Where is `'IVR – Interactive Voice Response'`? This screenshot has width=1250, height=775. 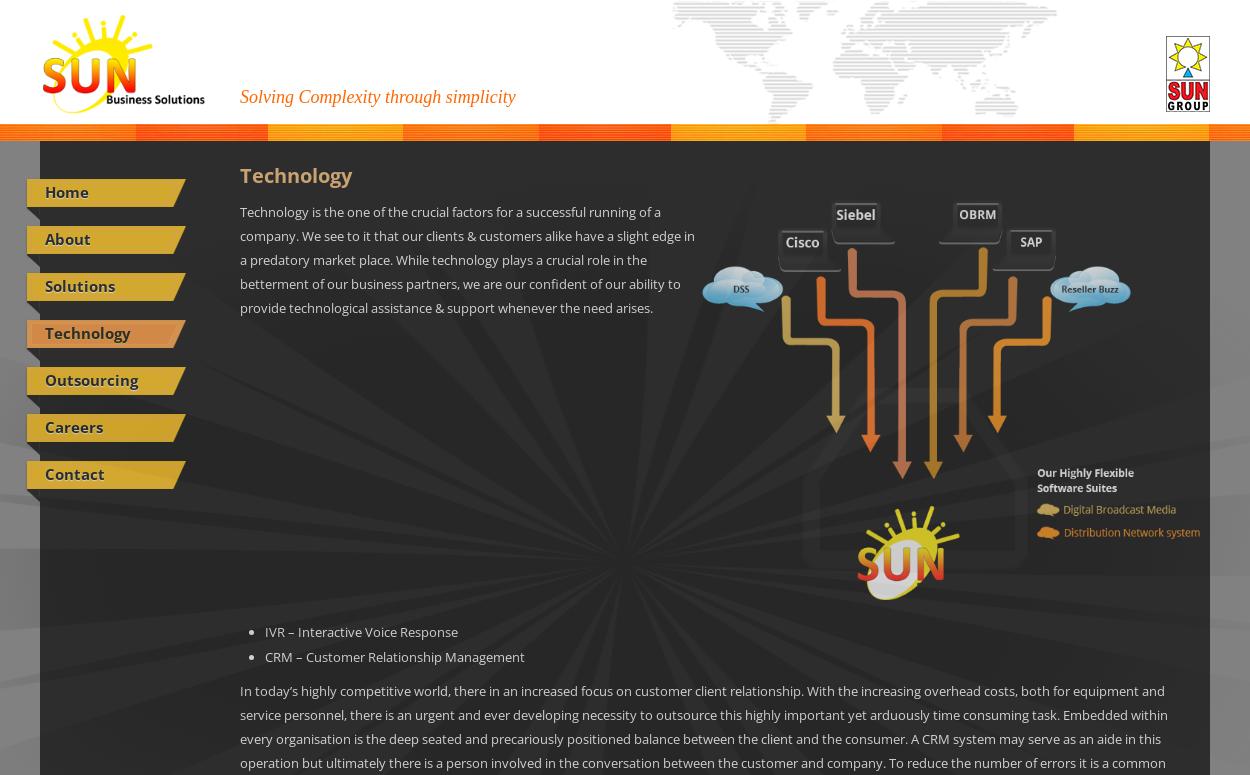
'IVR – Interactive Voice Response' is located at coordinates (265, 632).